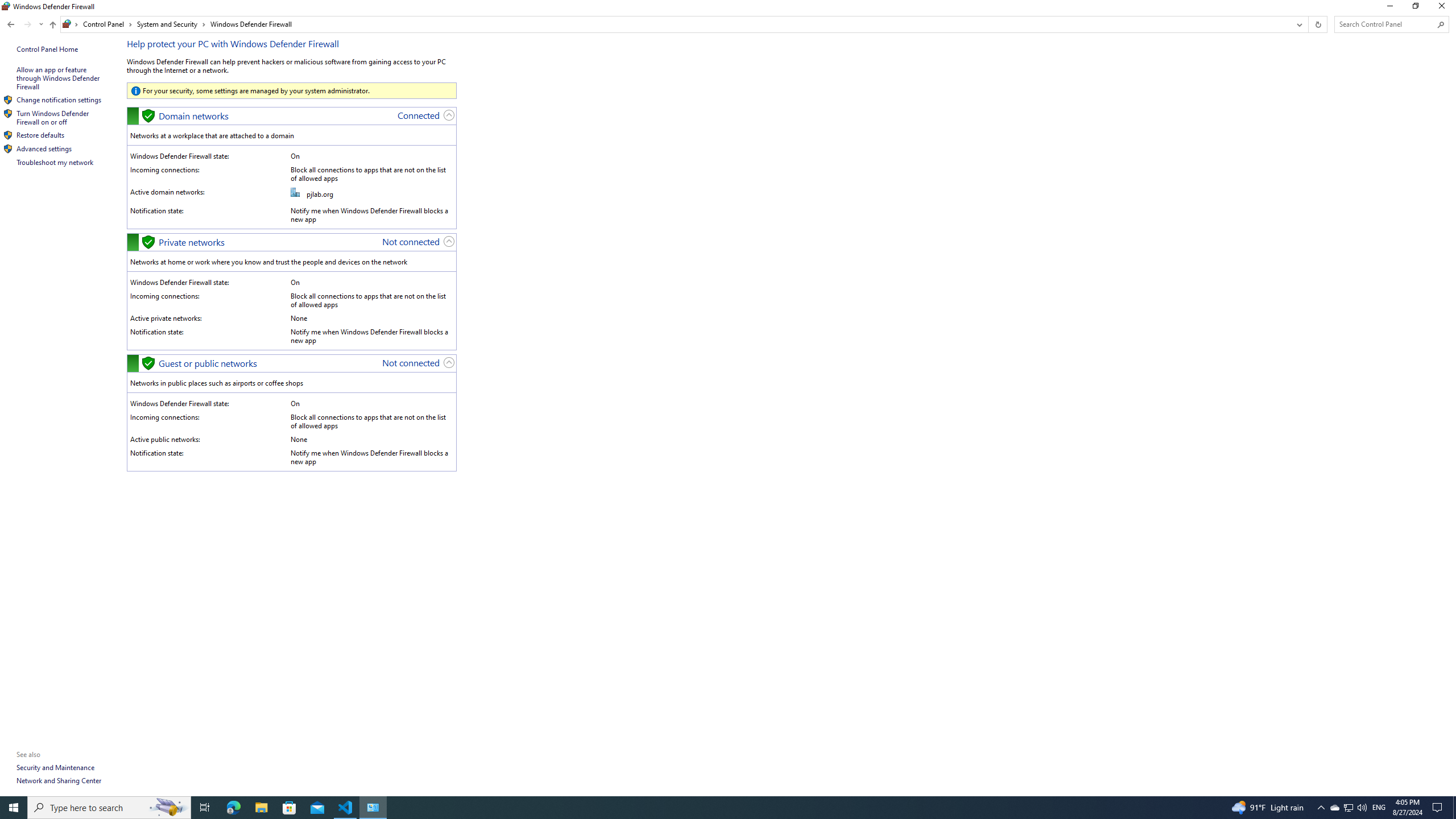  Describe the element at coordinates (58, 780) in the screenshot. I see `'Network and Sharing Center'` at that location.